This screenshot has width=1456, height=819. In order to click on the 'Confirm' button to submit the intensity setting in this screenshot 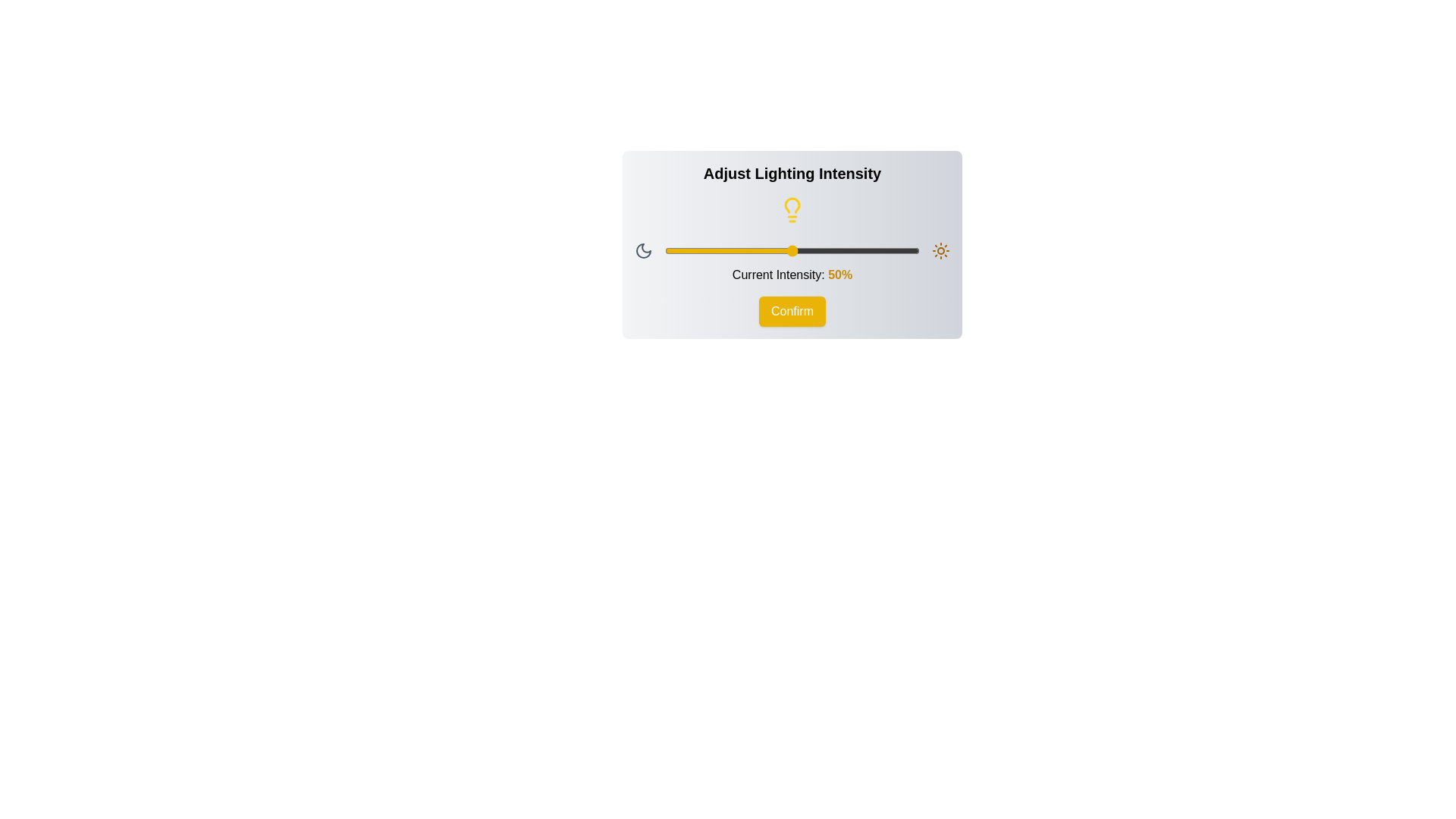, I will do `click(792, 311)`.